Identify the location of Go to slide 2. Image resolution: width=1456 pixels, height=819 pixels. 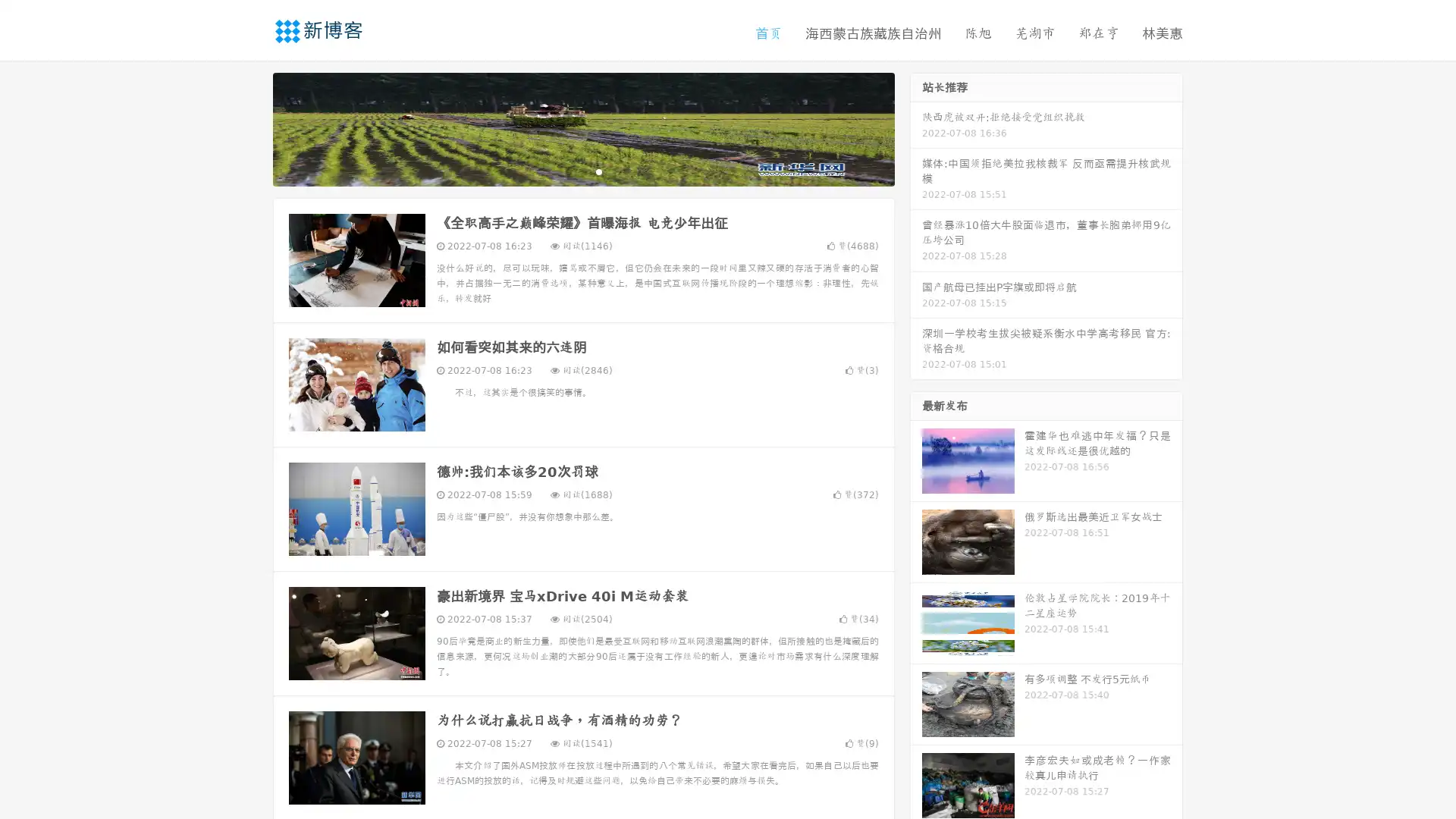
(582, 171).